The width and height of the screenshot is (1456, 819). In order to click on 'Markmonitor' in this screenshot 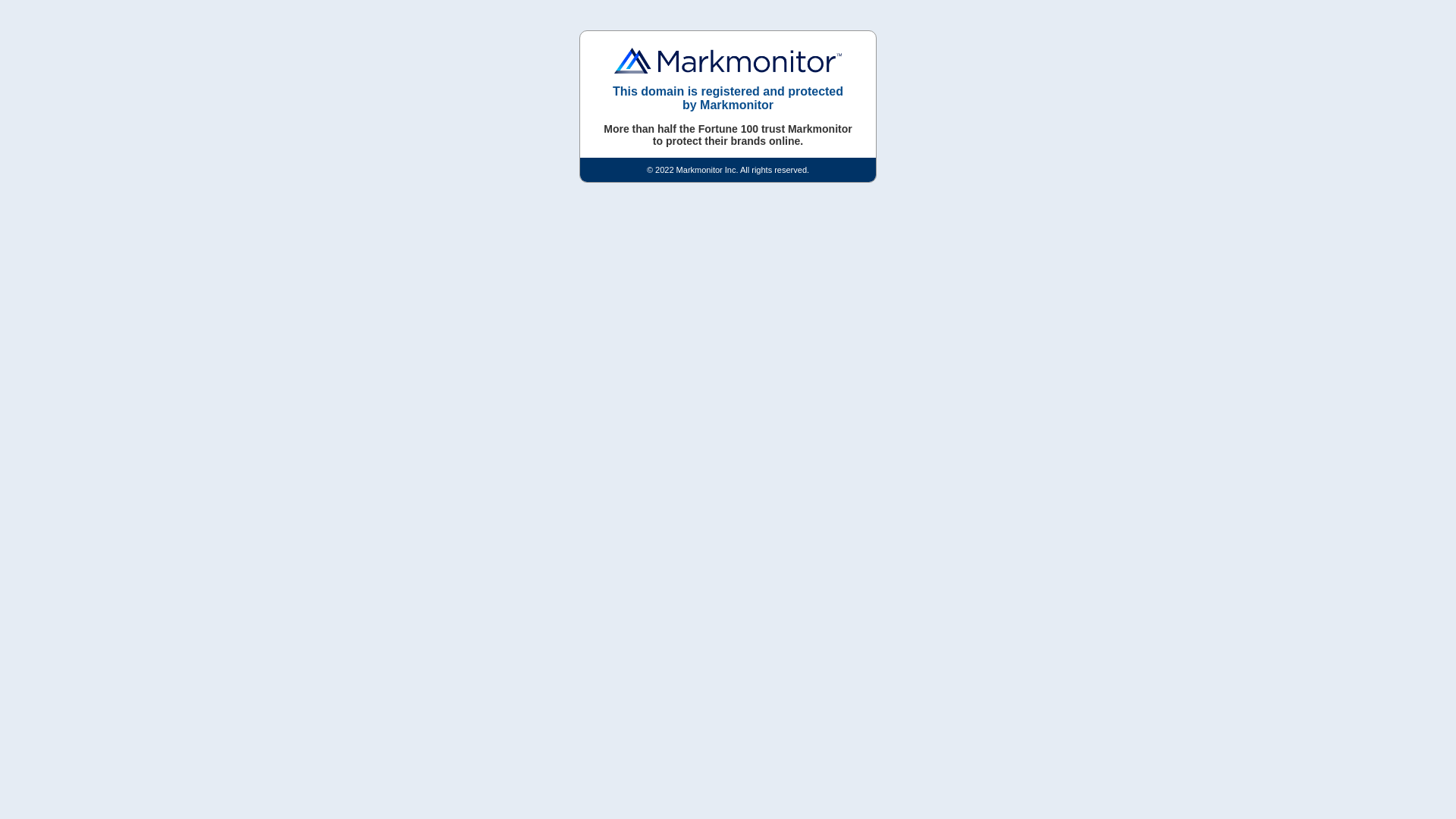, I will do `click(728, 60)`.